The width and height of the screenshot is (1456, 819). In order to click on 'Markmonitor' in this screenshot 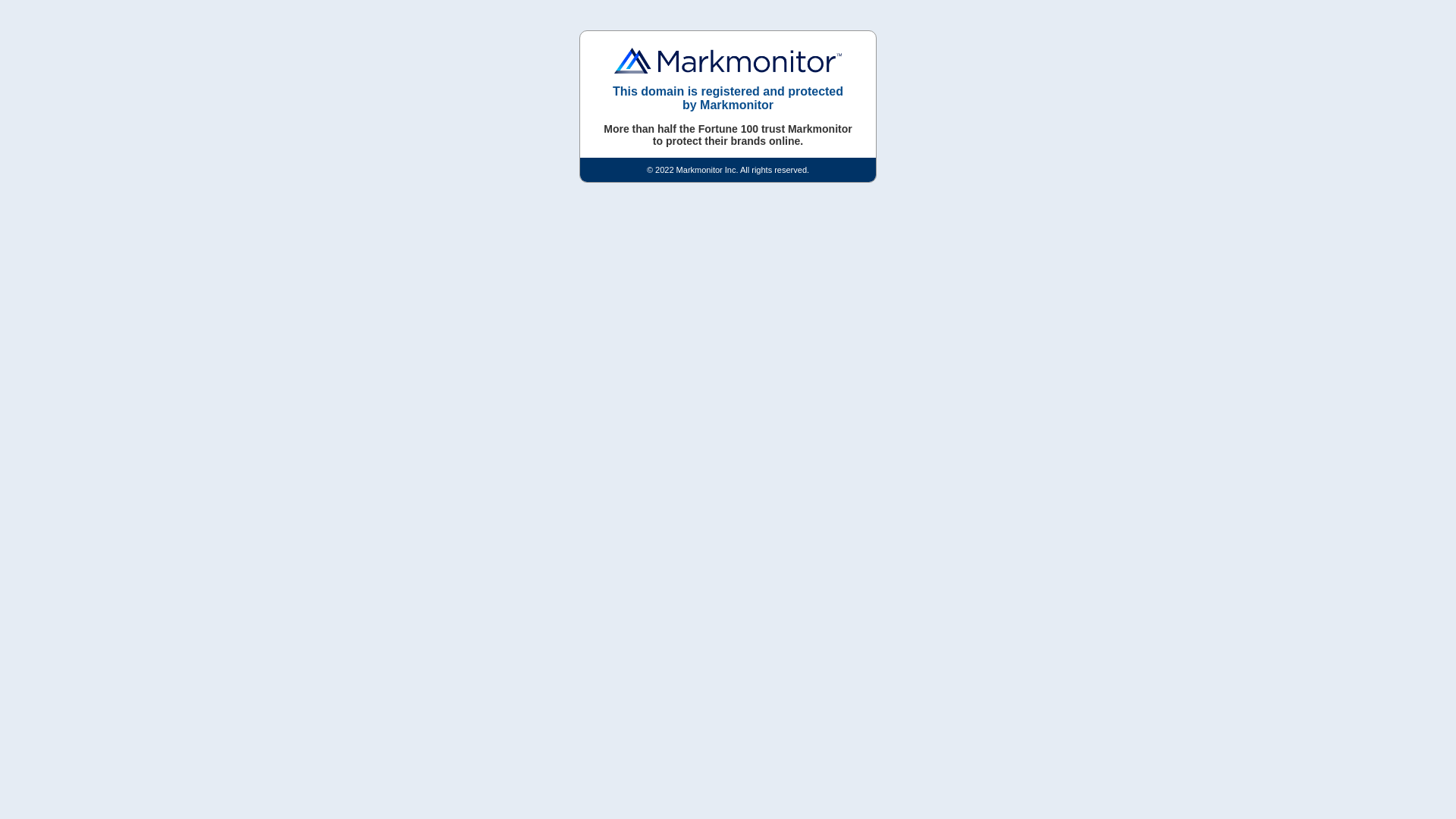, I will do `click(728, 60)`.